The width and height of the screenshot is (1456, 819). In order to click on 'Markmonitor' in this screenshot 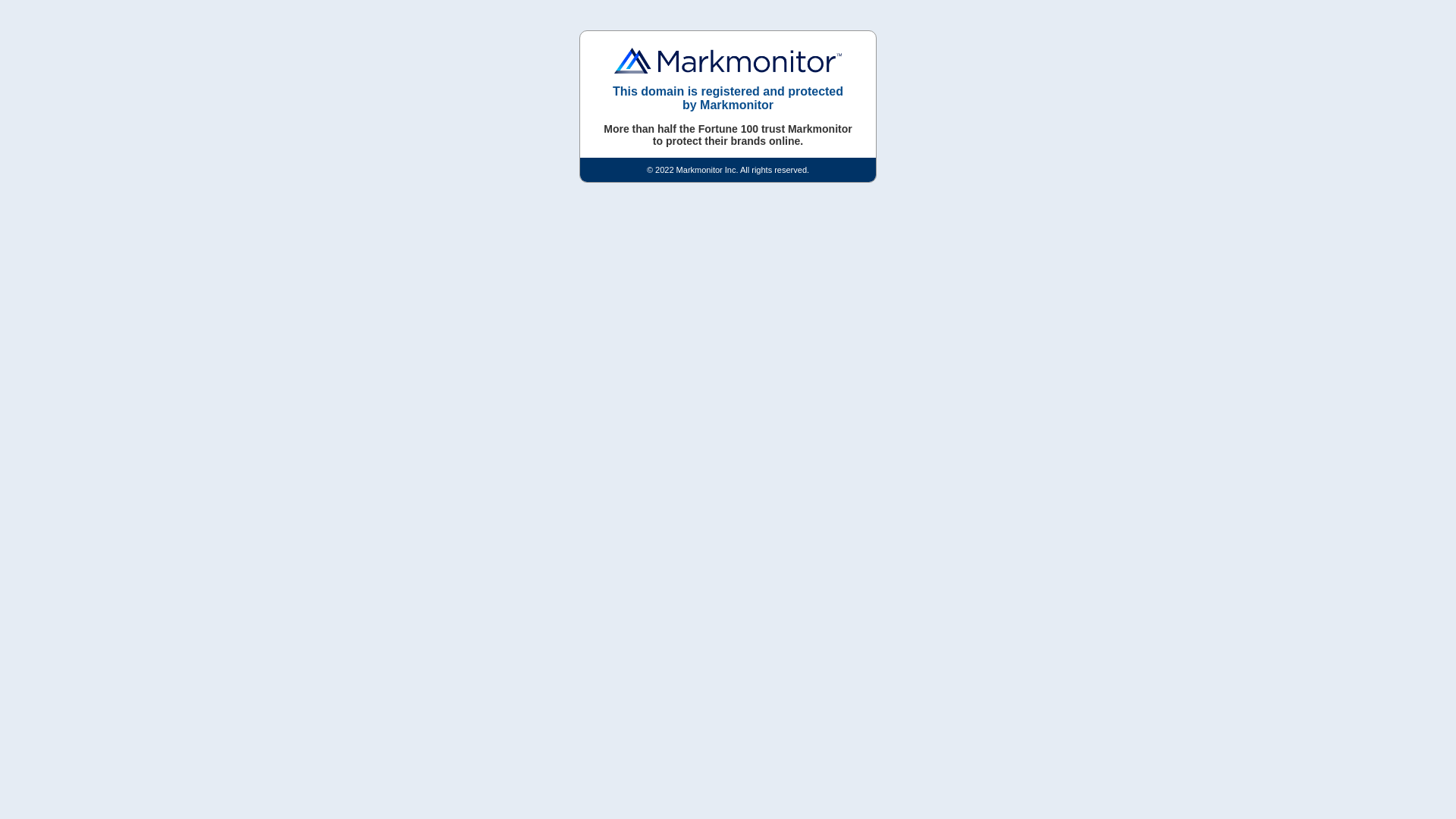, I will do `click(728, 60)`.